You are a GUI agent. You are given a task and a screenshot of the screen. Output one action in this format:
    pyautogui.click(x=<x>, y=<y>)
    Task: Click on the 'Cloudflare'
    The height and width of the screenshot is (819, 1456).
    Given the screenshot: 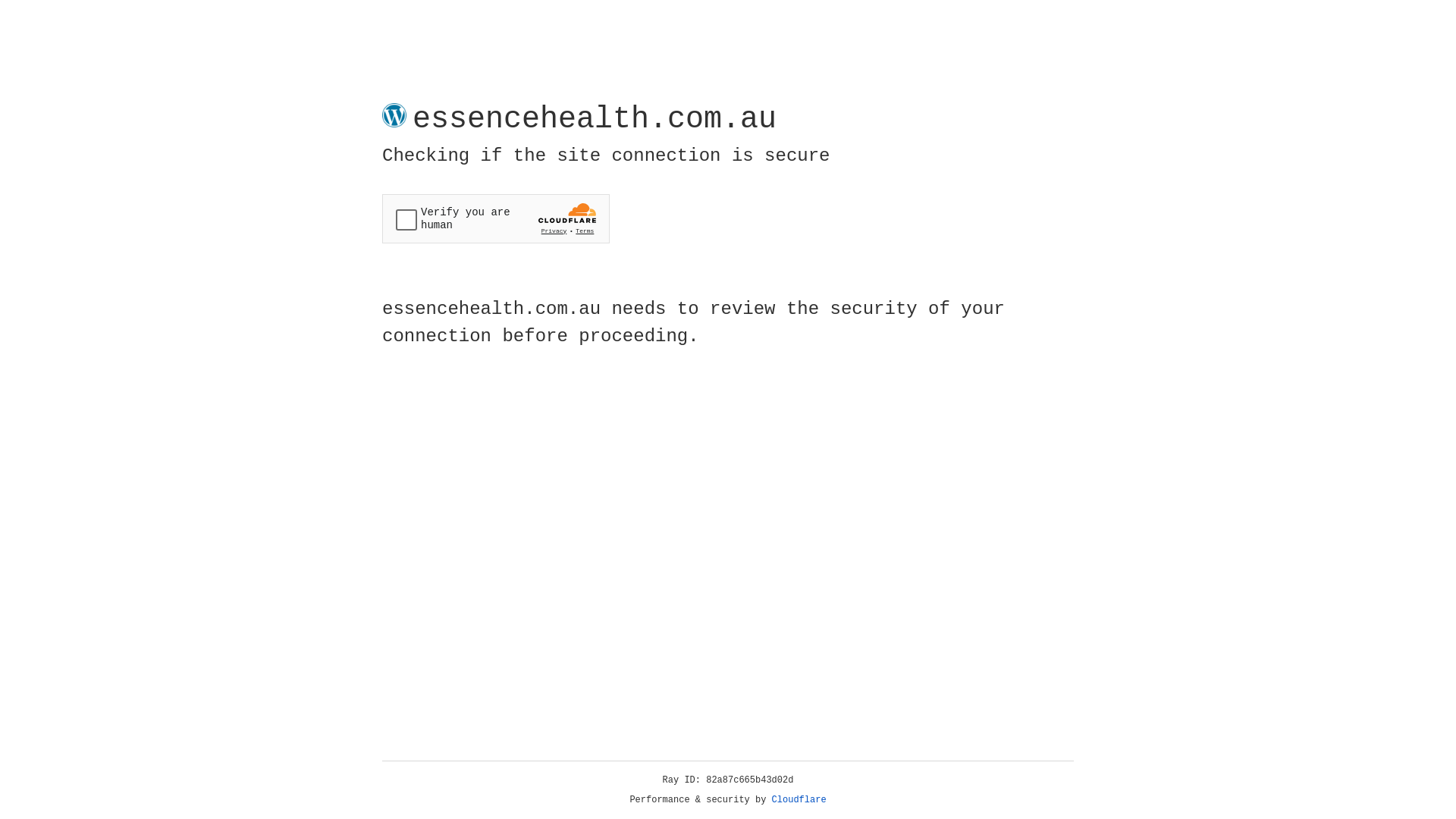 What is the action you would take?
    pyautogui.click(x=799, y=799)
    